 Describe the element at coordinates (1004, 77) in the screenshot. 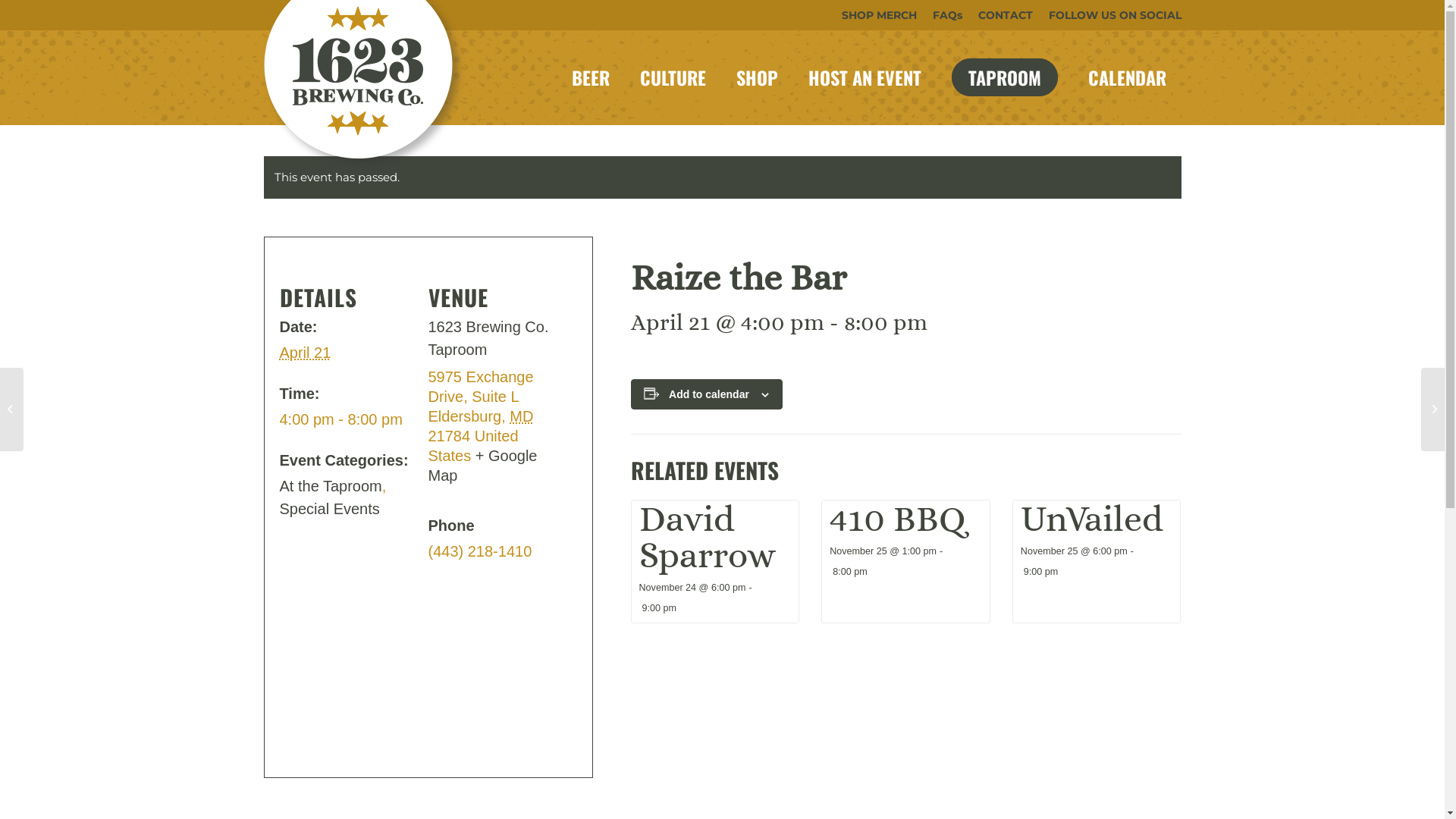

I see `'TAPROOM'` at that location.